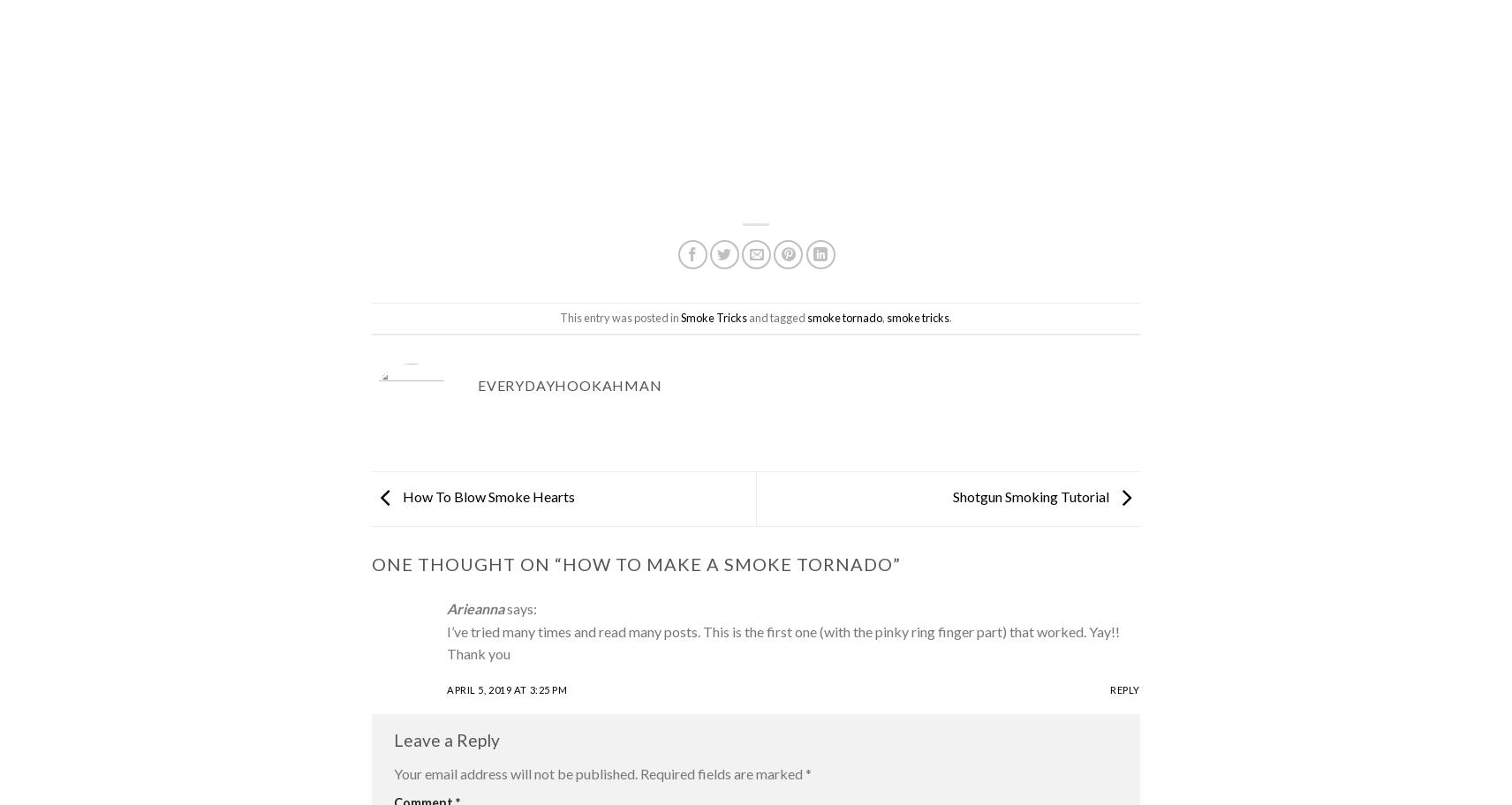  What do you see at coordinates (520, 607) in the screenshot?
I see `'says:'` at bounding box center [520, 607].